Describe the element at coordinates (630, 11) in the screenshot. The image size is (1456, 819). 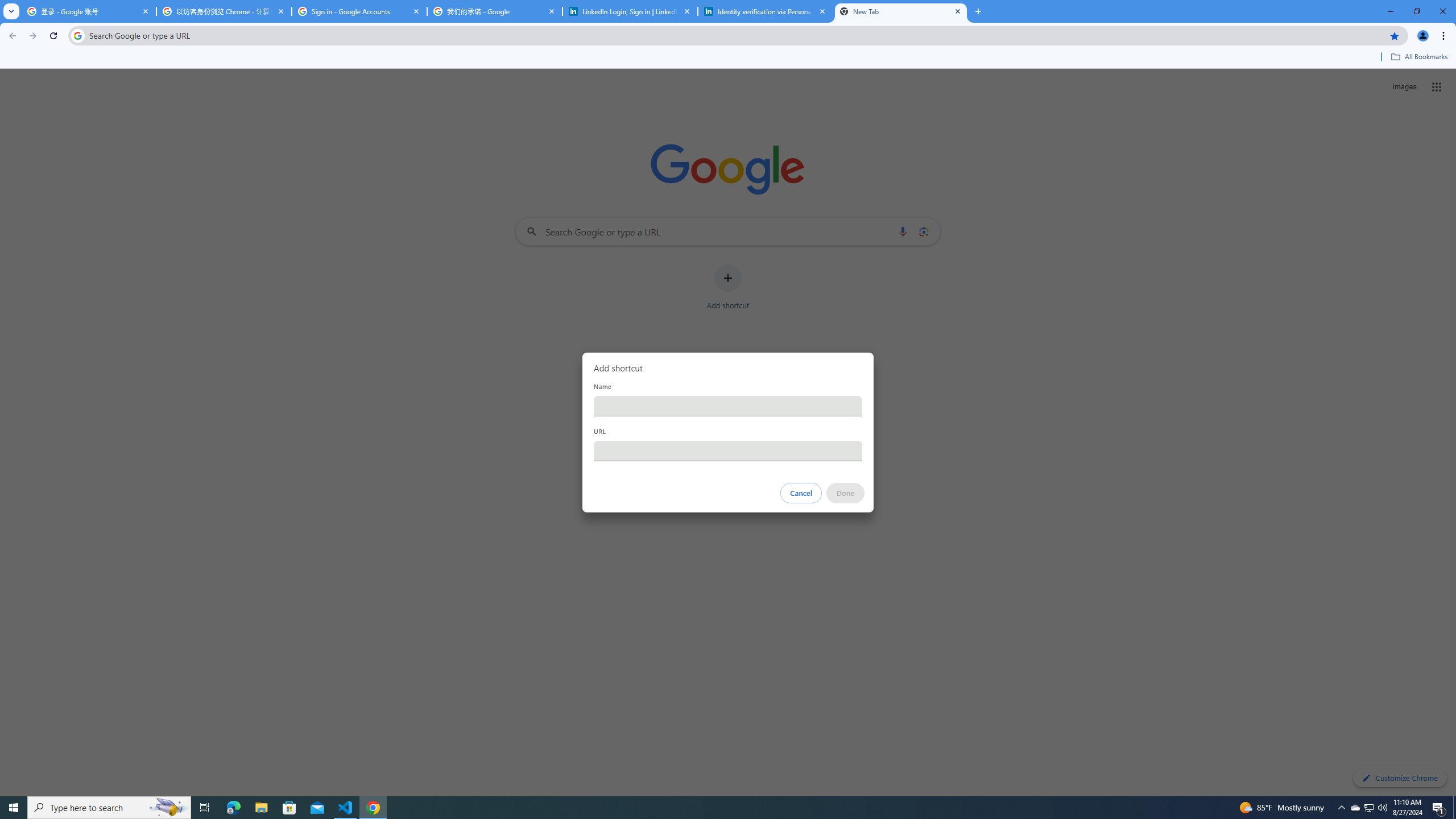
I see `'LinkedIn Login, Sign in | LinkedIn'` at that location.